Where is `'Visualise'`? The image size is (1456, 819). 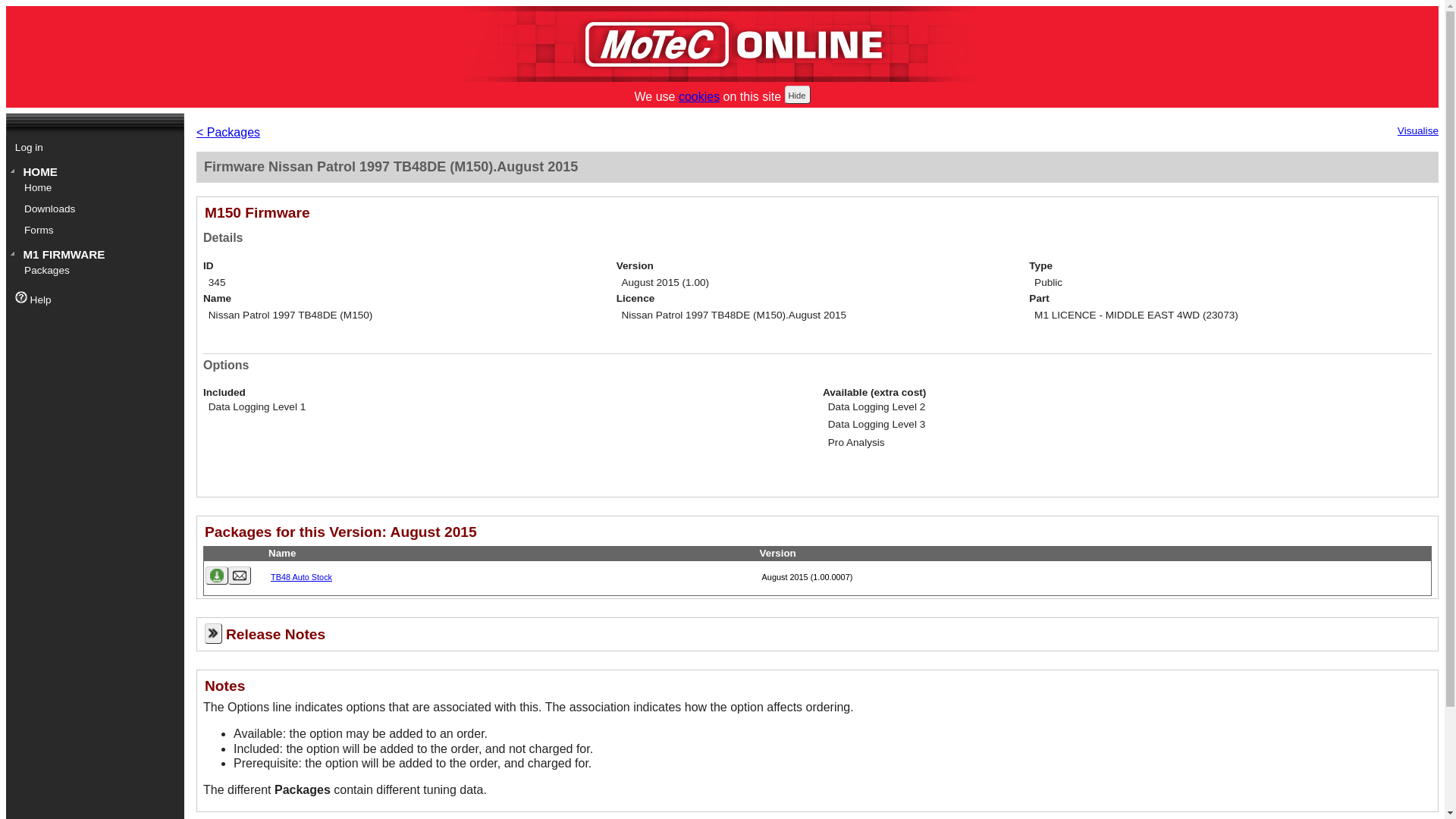
'Visualise' is located at coordinates (1417, 130).